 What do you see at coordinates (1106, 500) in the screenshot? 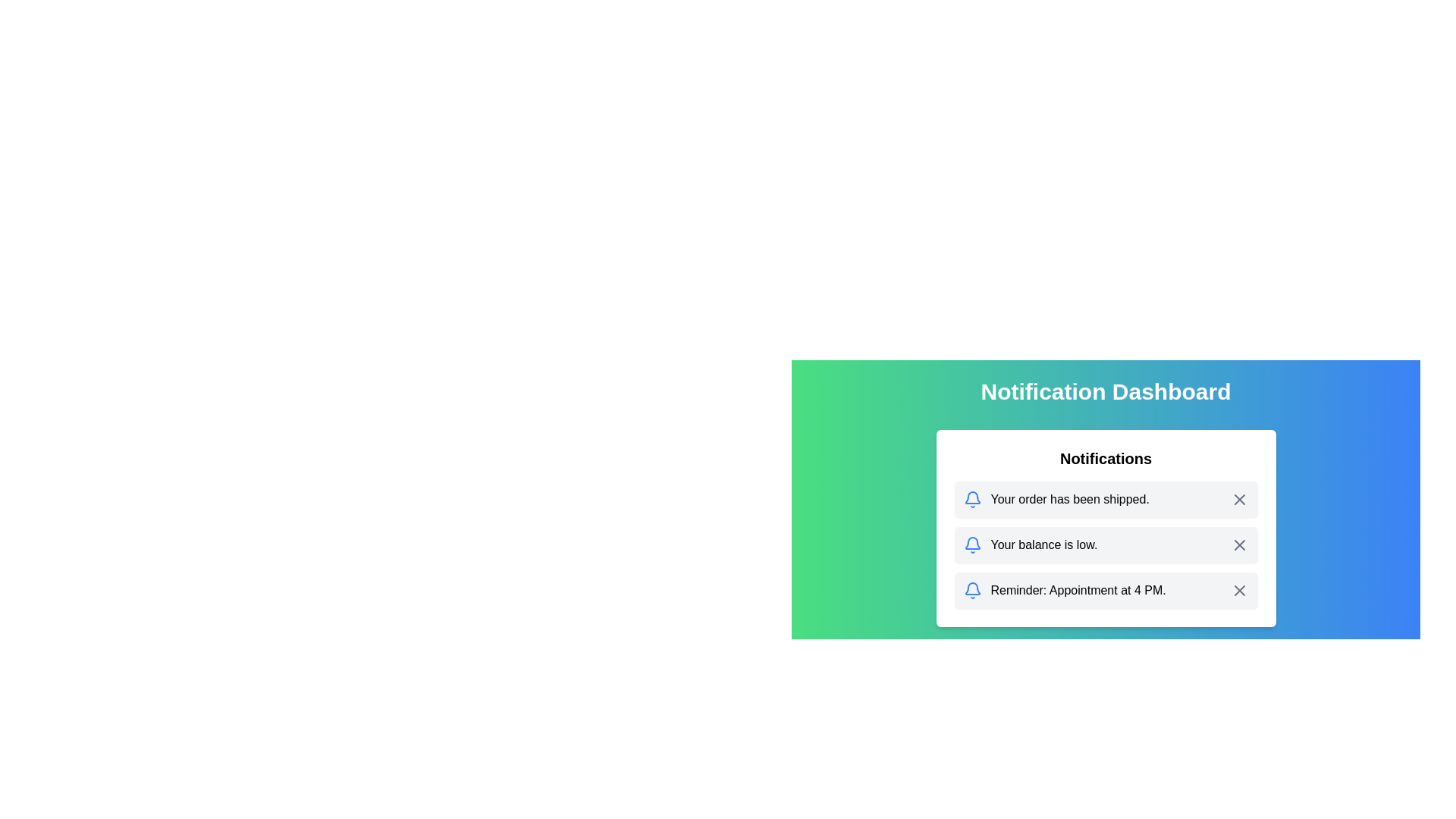
I see `the topmost notification item in the notifications list` at bounding box center [1106, 500].